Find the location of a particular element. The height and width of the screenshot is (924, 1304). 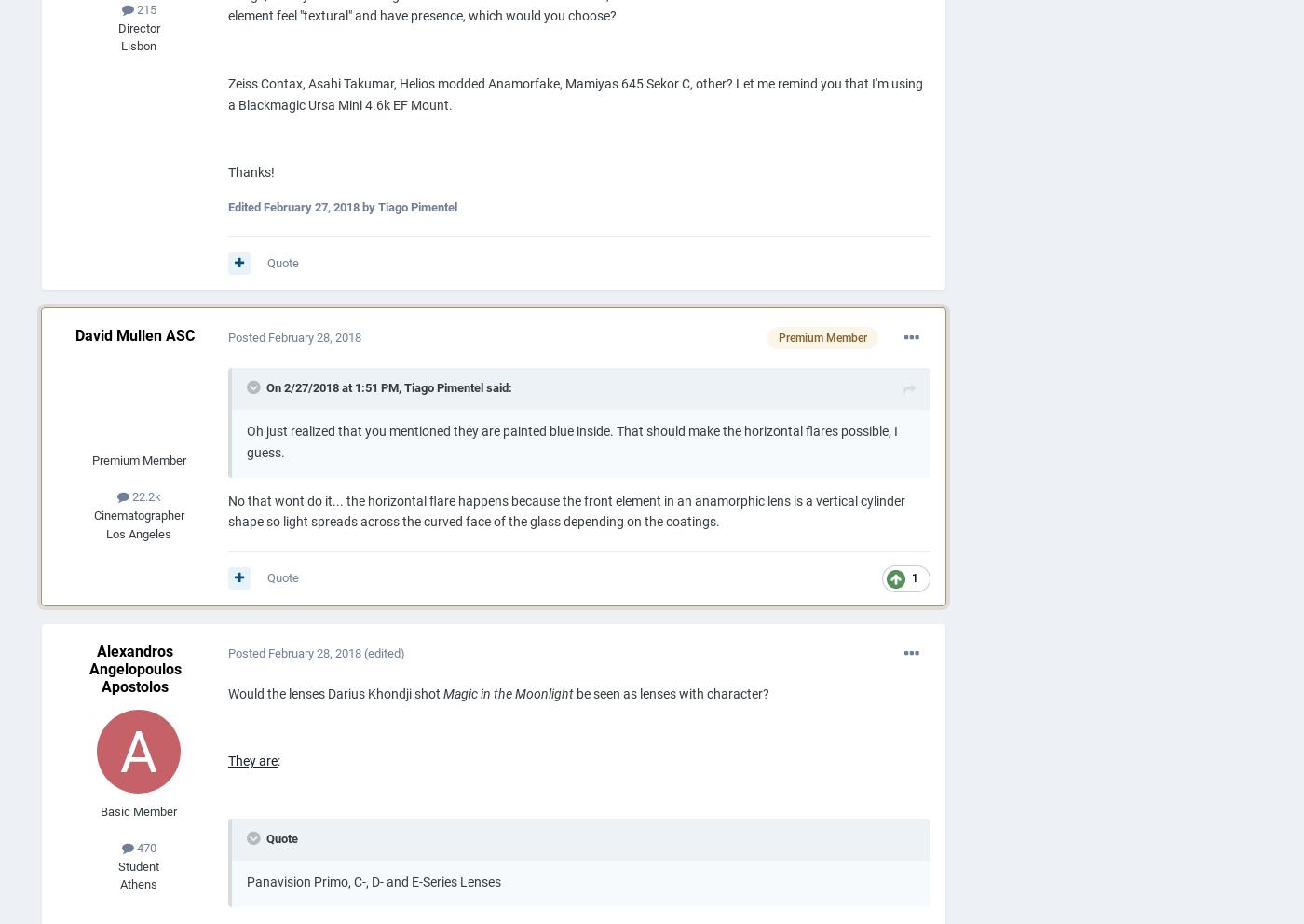

'Panavision Primo, C-, D- and E-Series Lenses' is located at coordinates (374, 880).